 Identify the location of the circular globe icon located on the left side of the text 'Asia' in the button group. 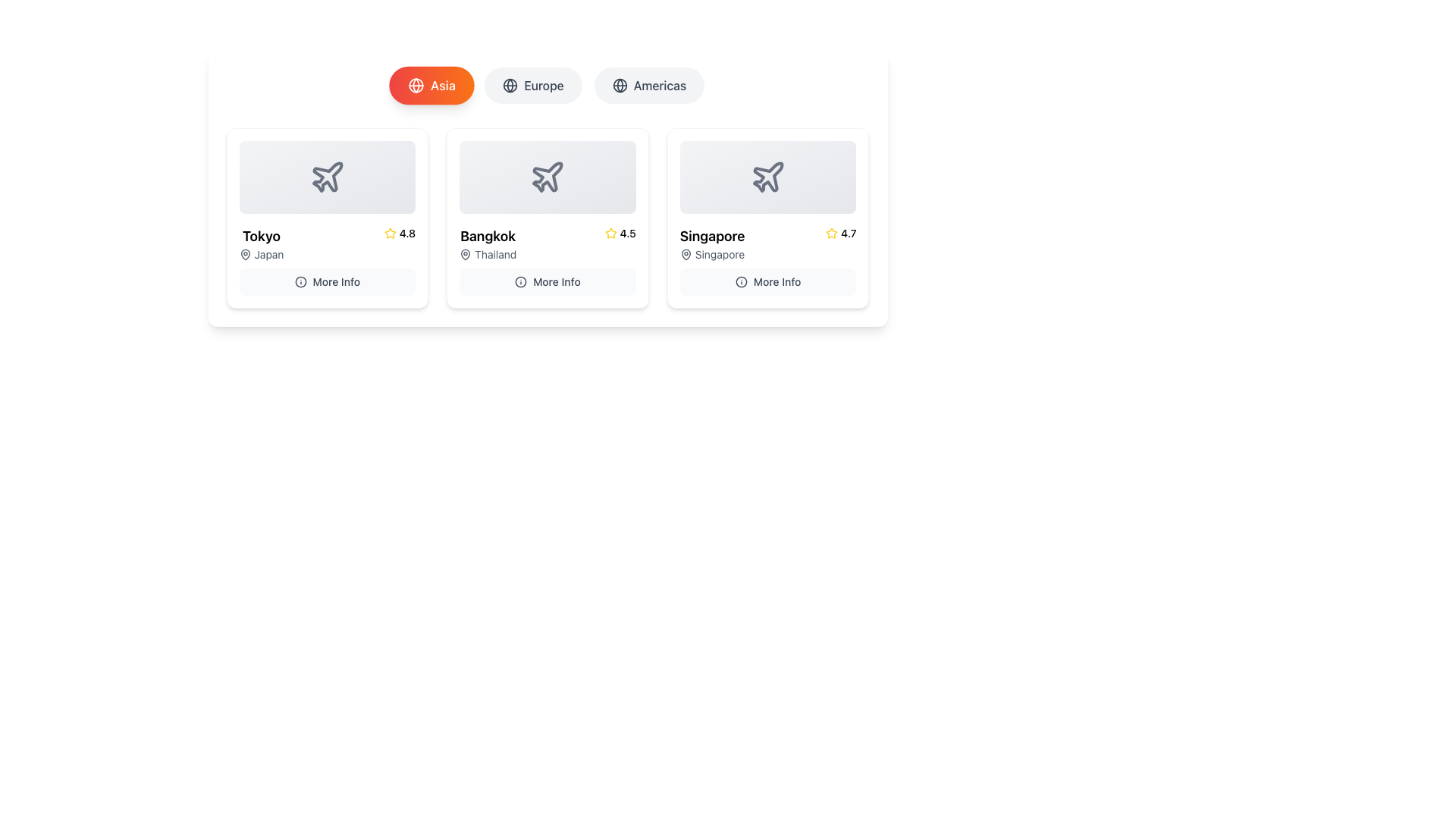
(416, 85).